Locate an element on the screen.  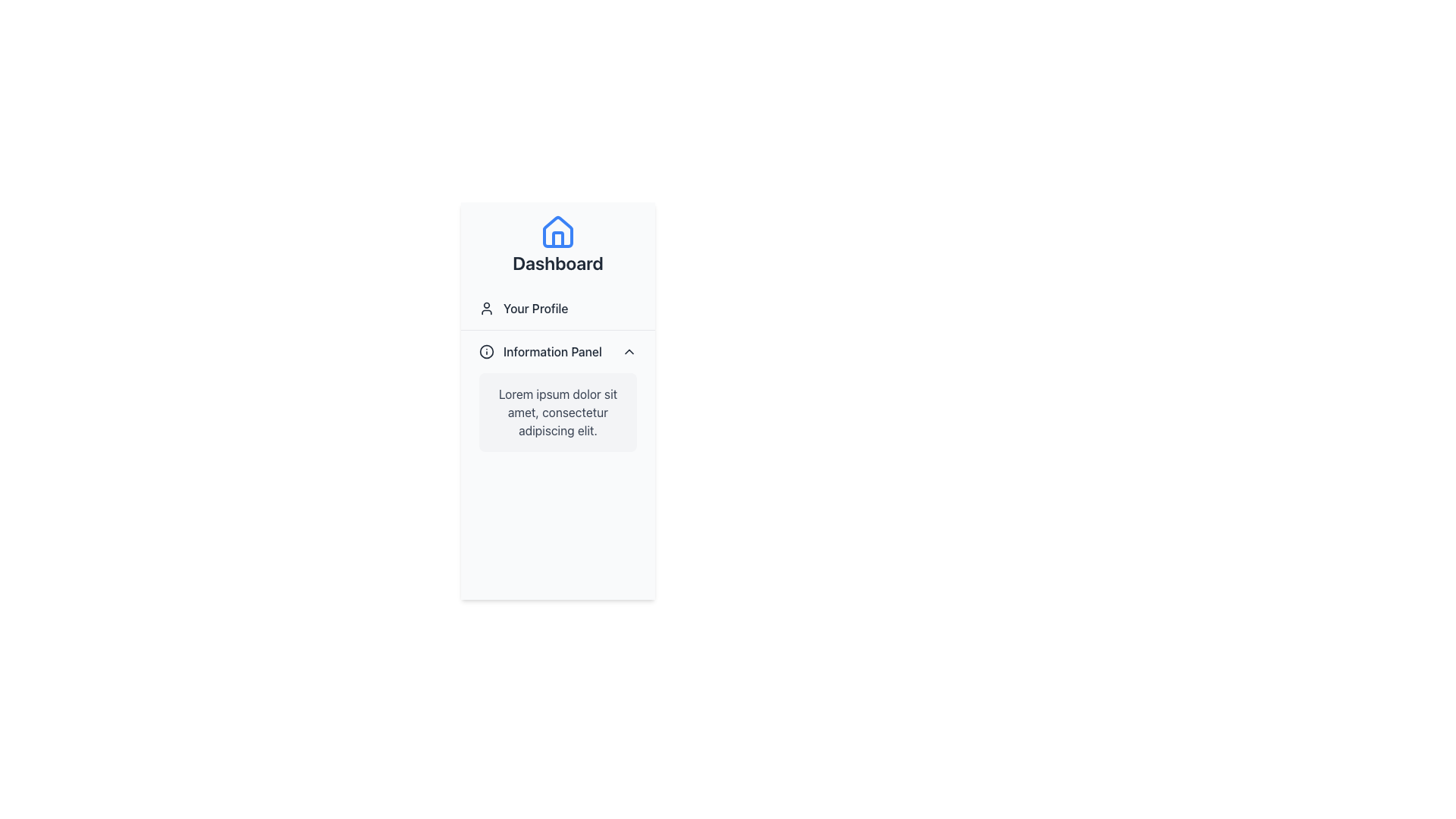
the icon that toggles the visibility of the collapsible or expandable panel, located to the right of the 'Information Panel' text is located at coordinates (629, 351).